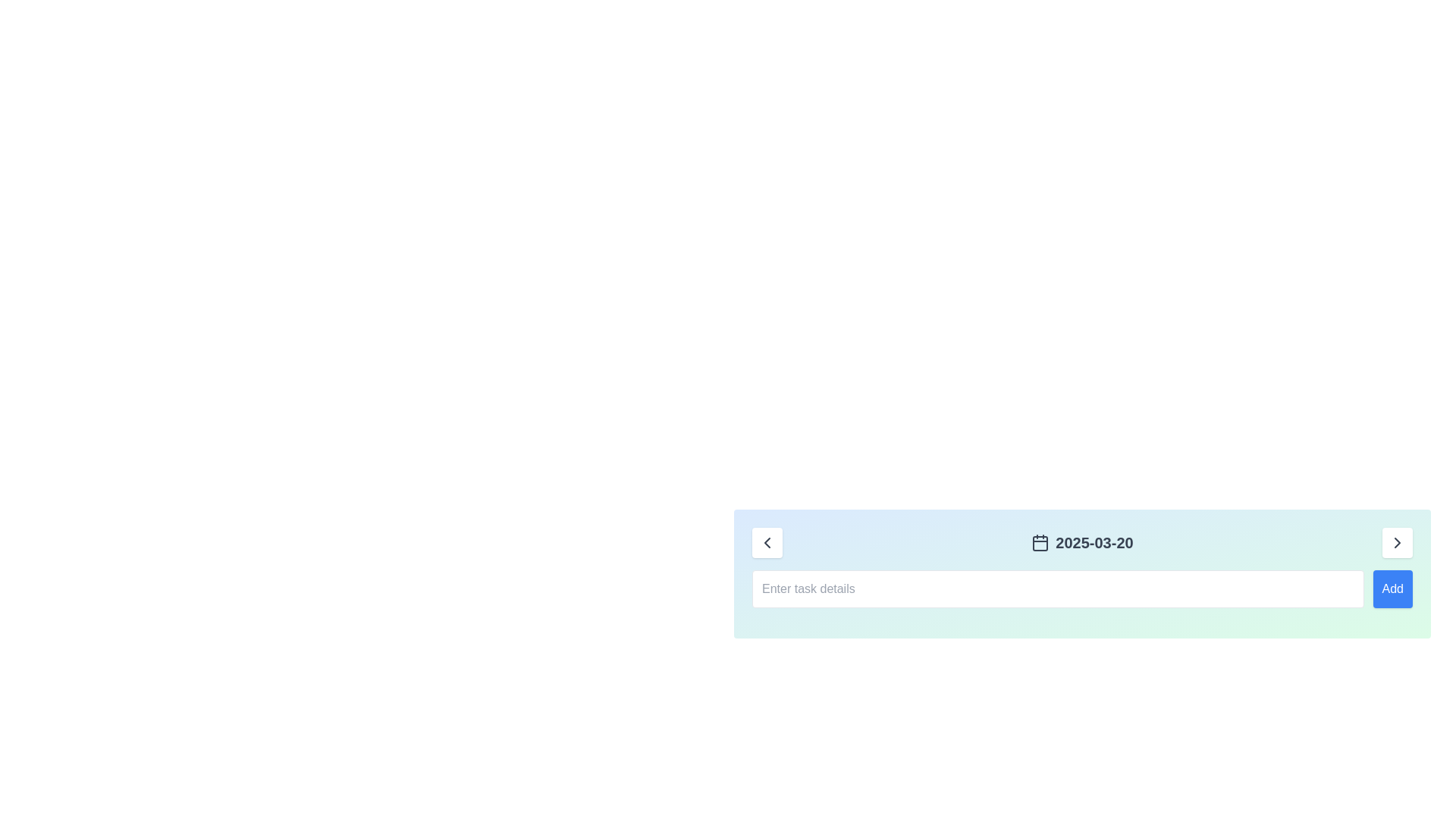 The height and width of the screenshot is (819, 1456). Describe the element at coordinates (1392, 588) in the screenshot. I see `the rectangular button with a blue background labeled 'Add'` at that location.